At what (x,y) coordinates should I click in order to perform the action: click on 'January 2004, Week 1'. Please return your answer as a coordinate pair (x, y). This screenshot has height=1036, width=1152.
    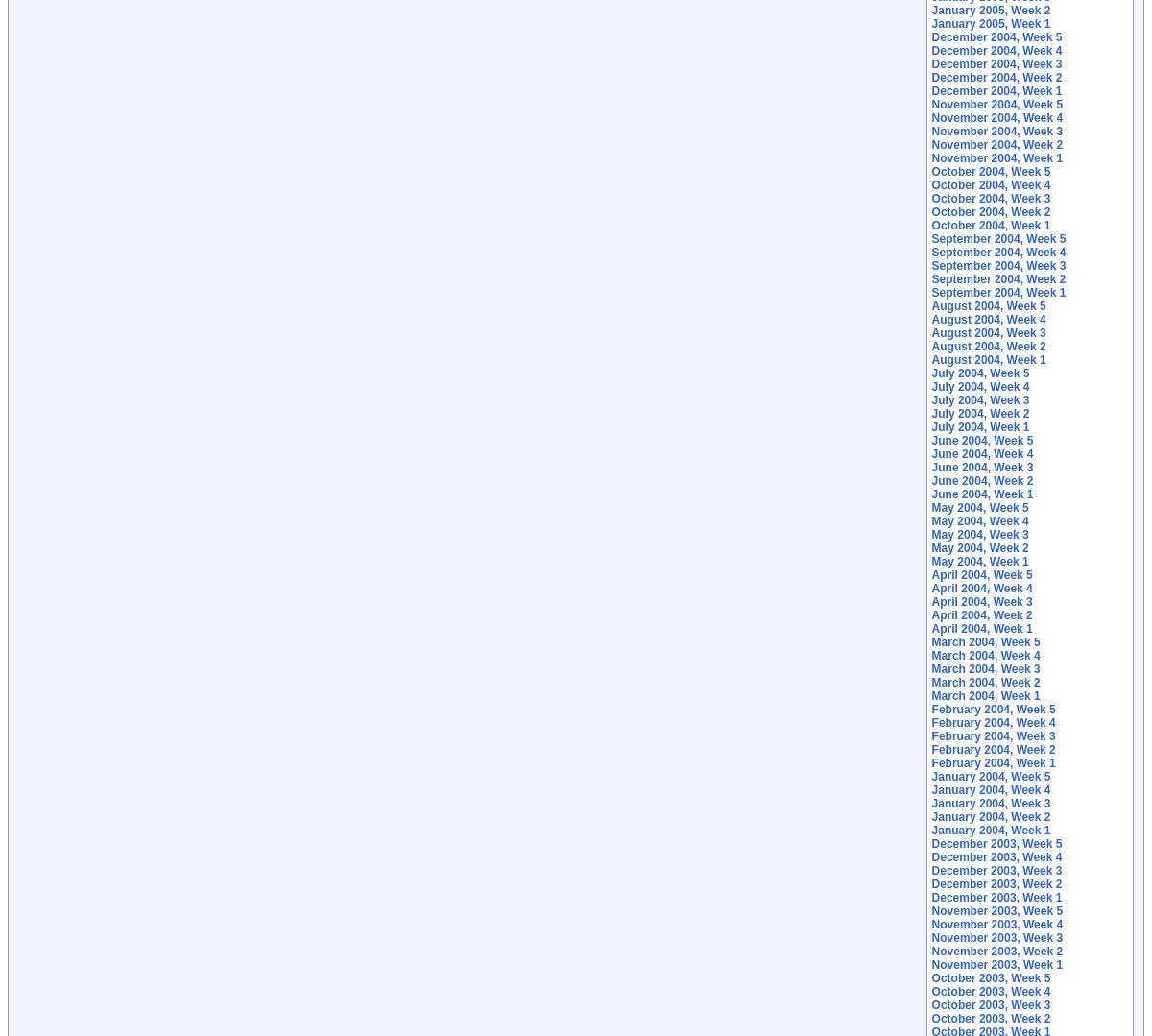
    Looking at the image, I should click on (991, 831).